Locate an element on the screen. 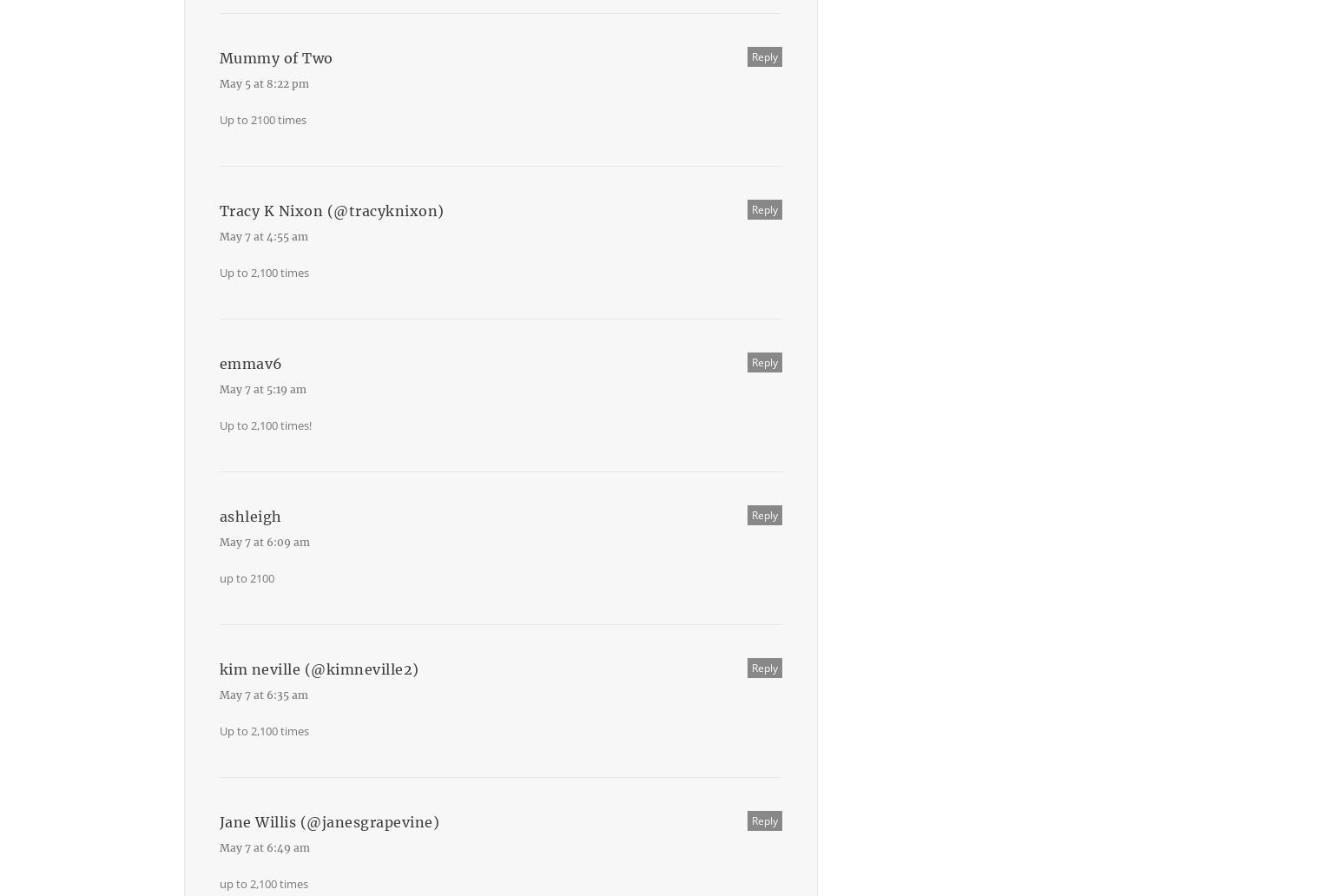  'May 7 at 6:35 am' is located at coordinates (263, 695).